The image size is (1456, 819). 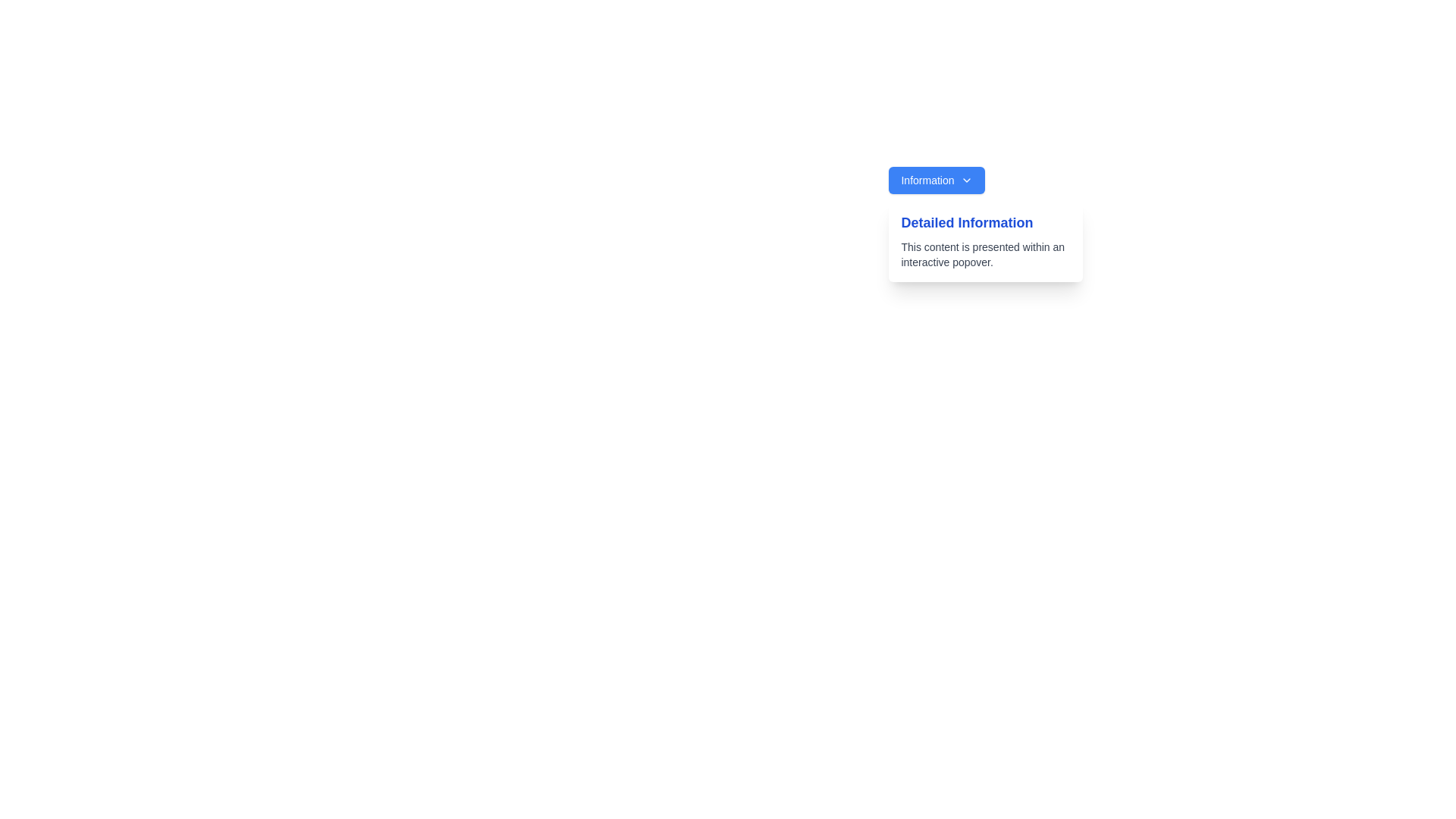 I want to click on the dropdown icon located at the right end of the 'Information' button, which has a blue background, so click(x=965, y=180).